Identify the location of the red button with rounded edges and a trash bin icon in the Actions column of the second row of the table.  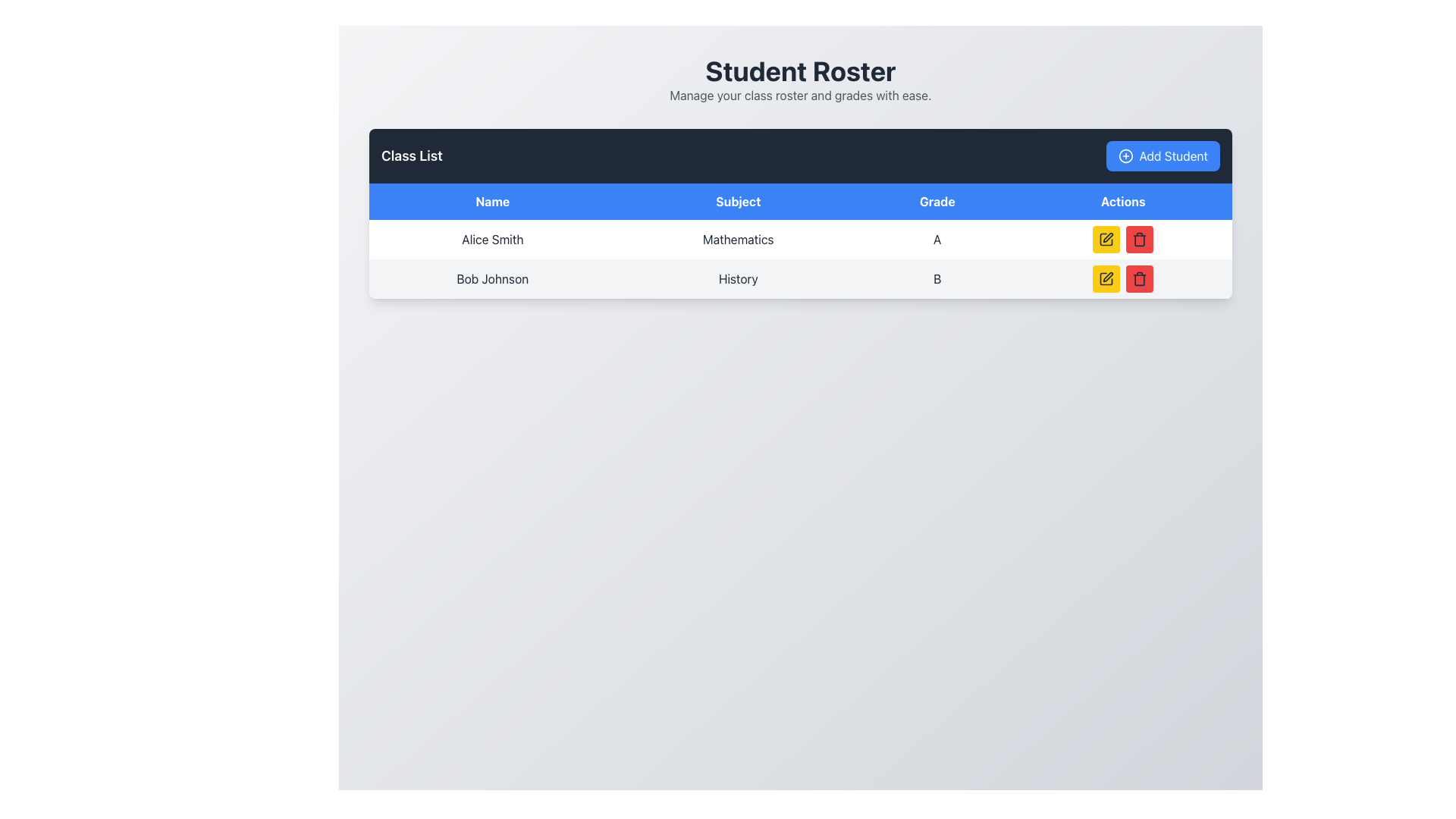
(1140, 278).